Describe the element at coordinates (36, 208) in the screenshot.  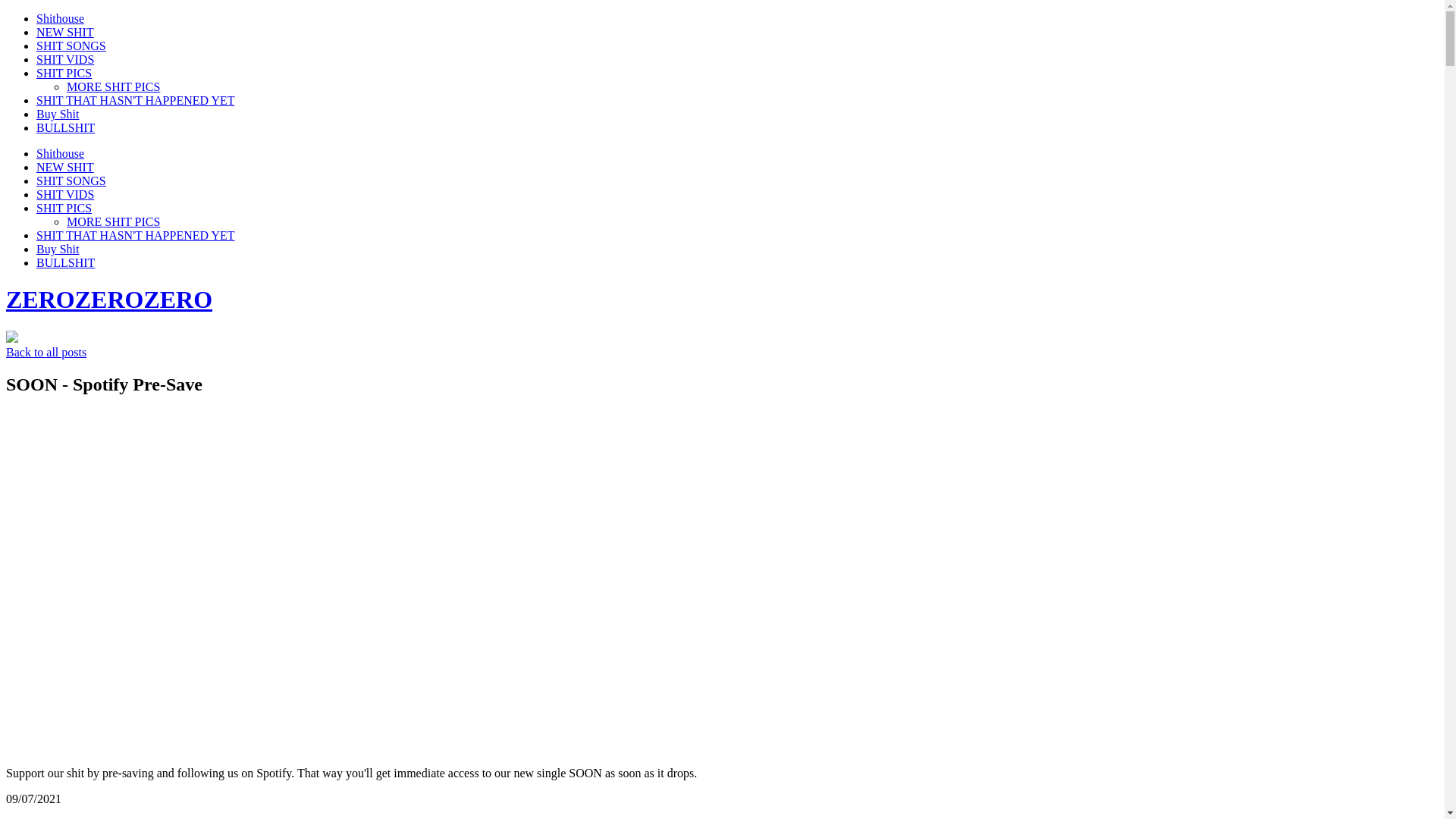
I see `'SHIT PICS'` at that location.